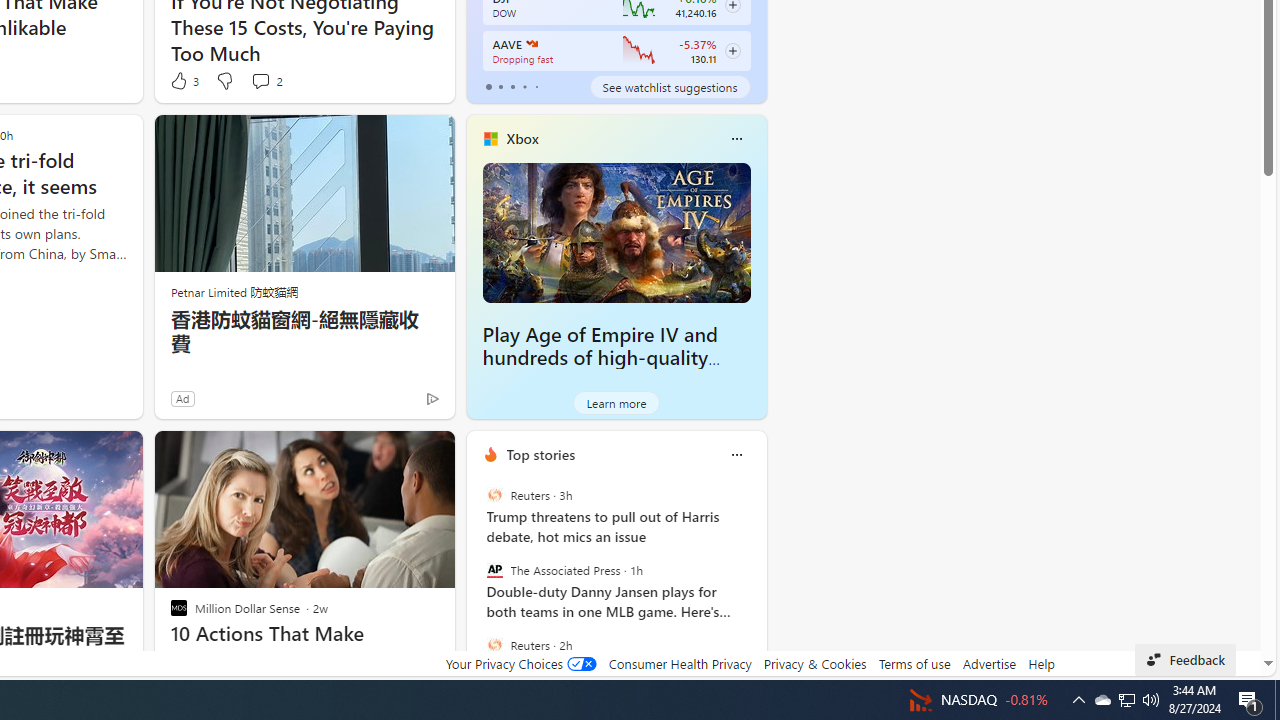 Image resolution: width=1280 pixels, height=720 pixels. What do you see at coordinates (670, 86) in the screenshot?
I see `'See watchlist suggestions'` at bounding box center [670, 86].